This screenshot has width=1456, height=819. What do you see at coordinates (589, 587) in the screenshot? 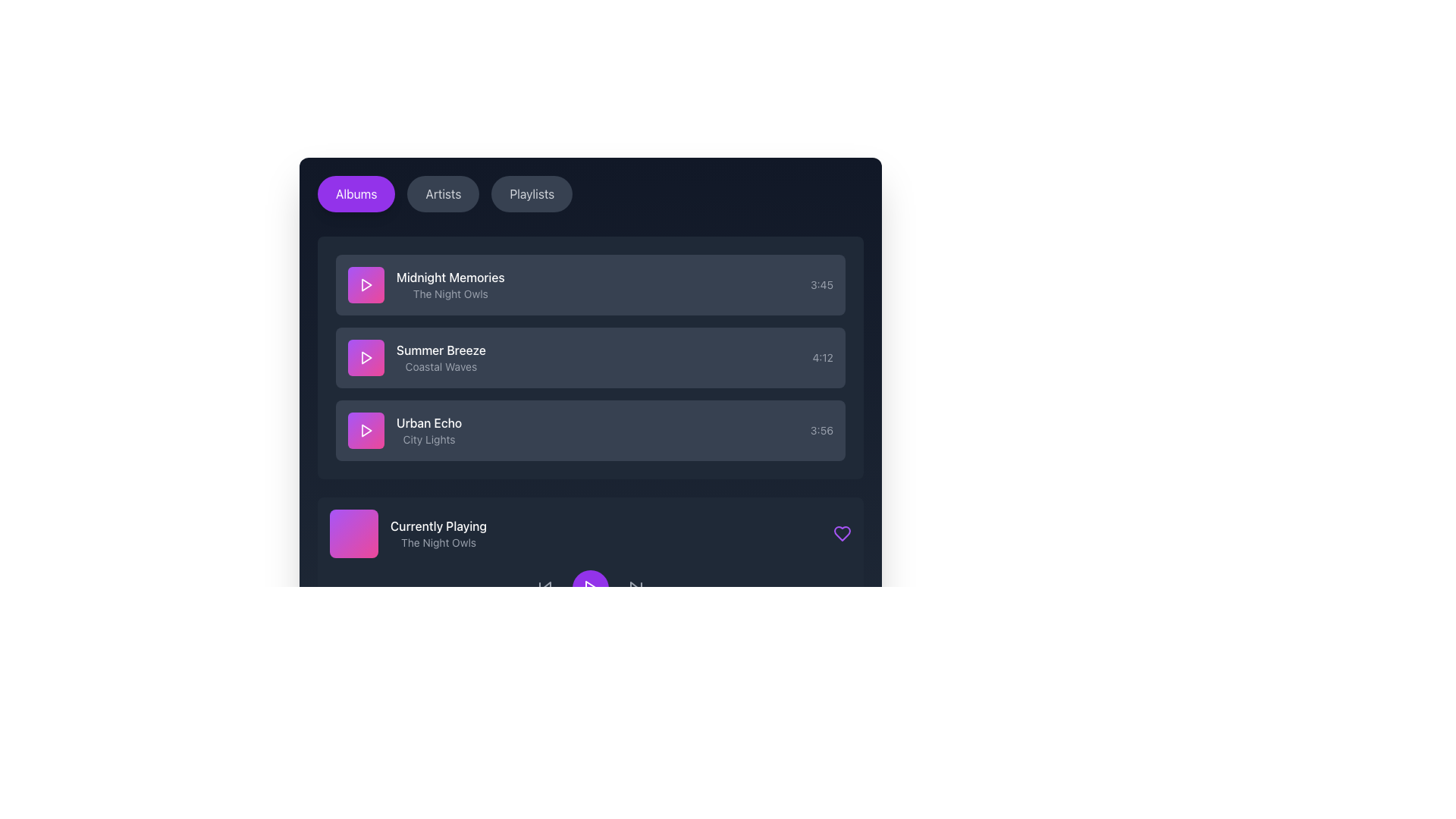
I see `the triangular 'Play' button with white strokes on a purple circular background located at the bottom central part of the interface` at bounding box center [589, 587].